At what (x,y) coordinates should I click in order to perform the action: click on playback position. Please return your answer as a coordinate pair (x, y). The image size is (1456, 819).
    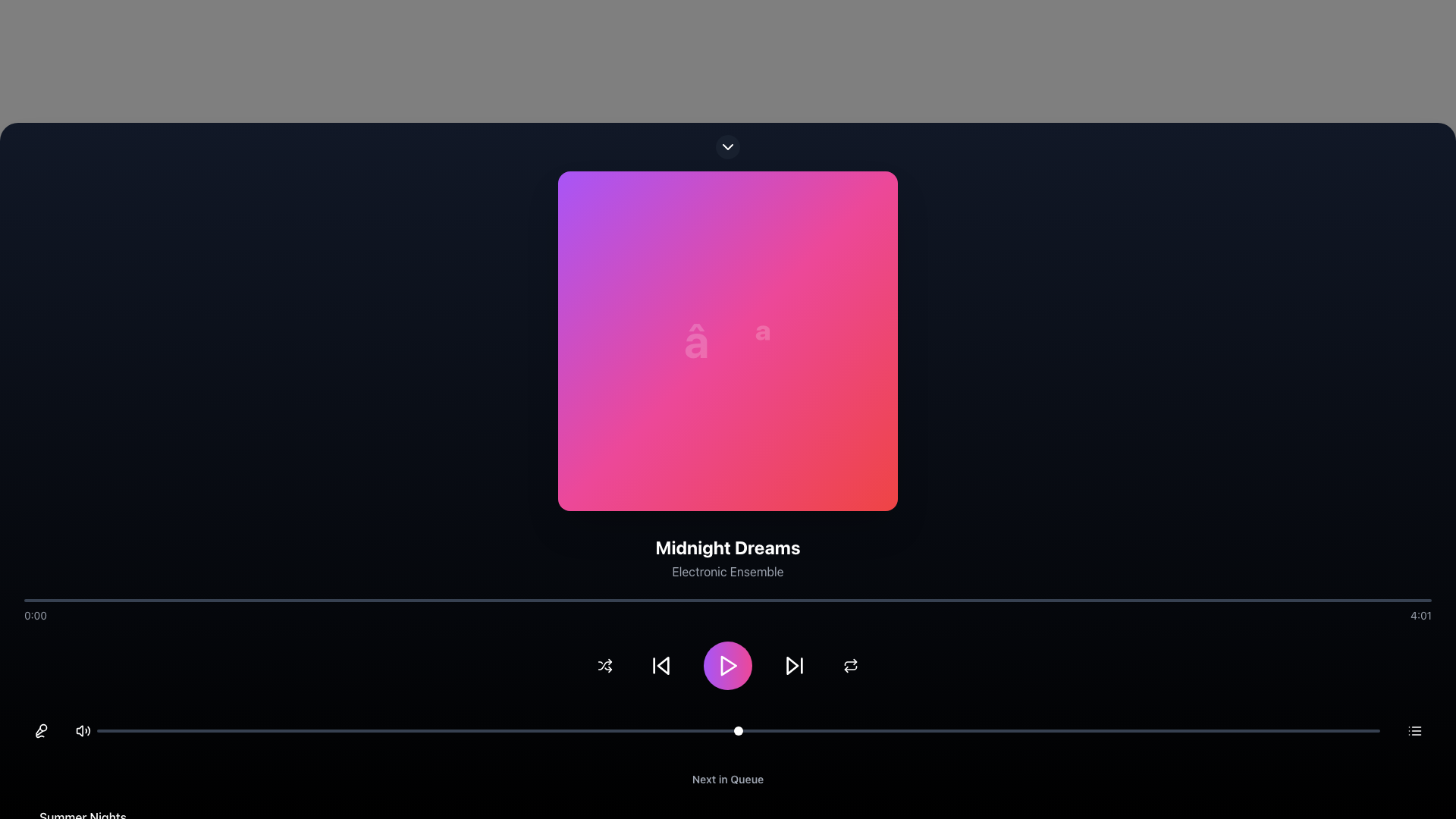
    Looking at the image, I should click on (825, 599).